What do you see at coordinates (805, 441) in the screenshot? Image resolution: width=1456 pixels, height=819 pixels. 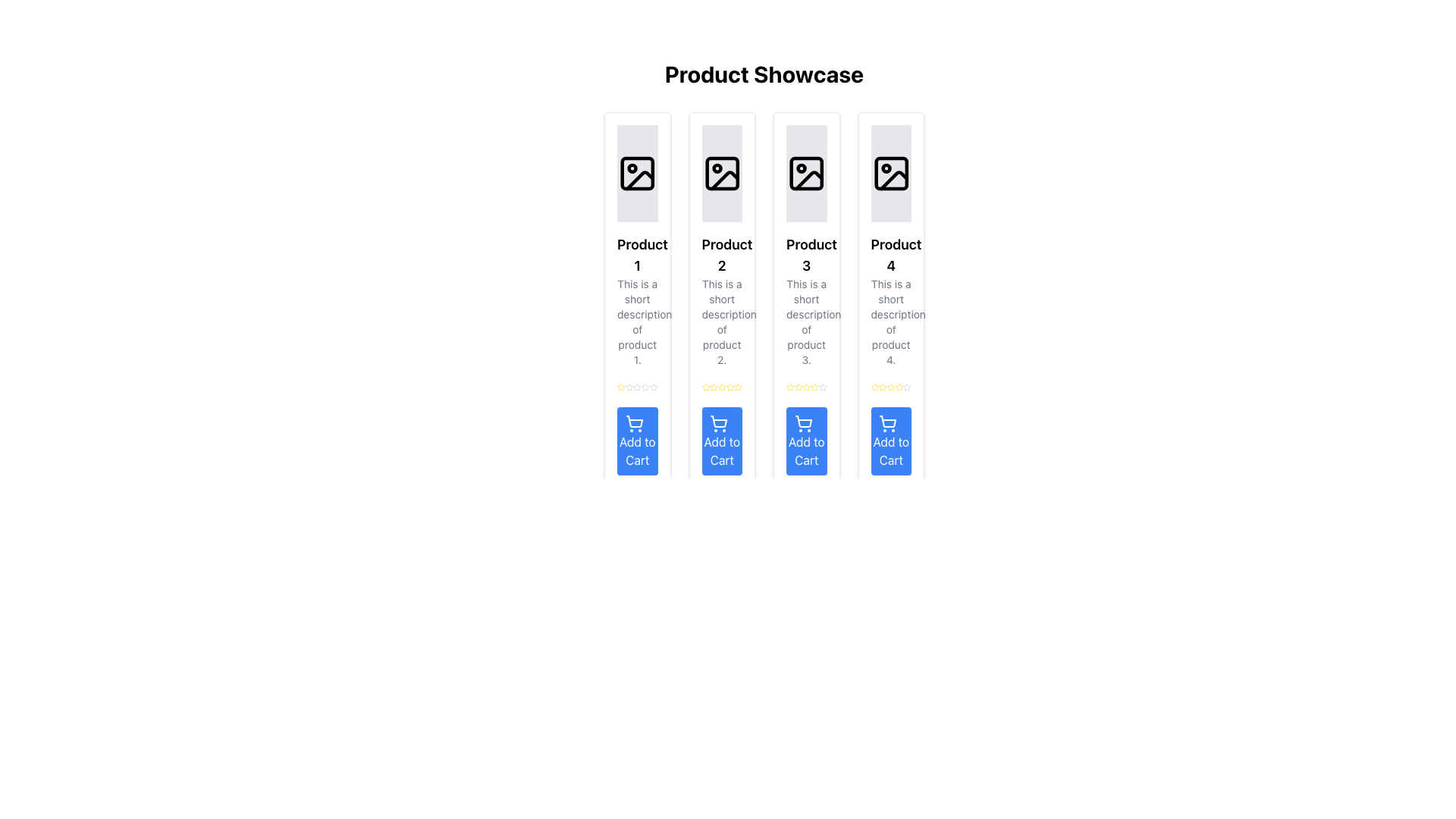 I see `the 'Add to Cart' button with a blue background and a shopping cart icon, located below the description of 'Product 3'` at bounding box center [805, 441].